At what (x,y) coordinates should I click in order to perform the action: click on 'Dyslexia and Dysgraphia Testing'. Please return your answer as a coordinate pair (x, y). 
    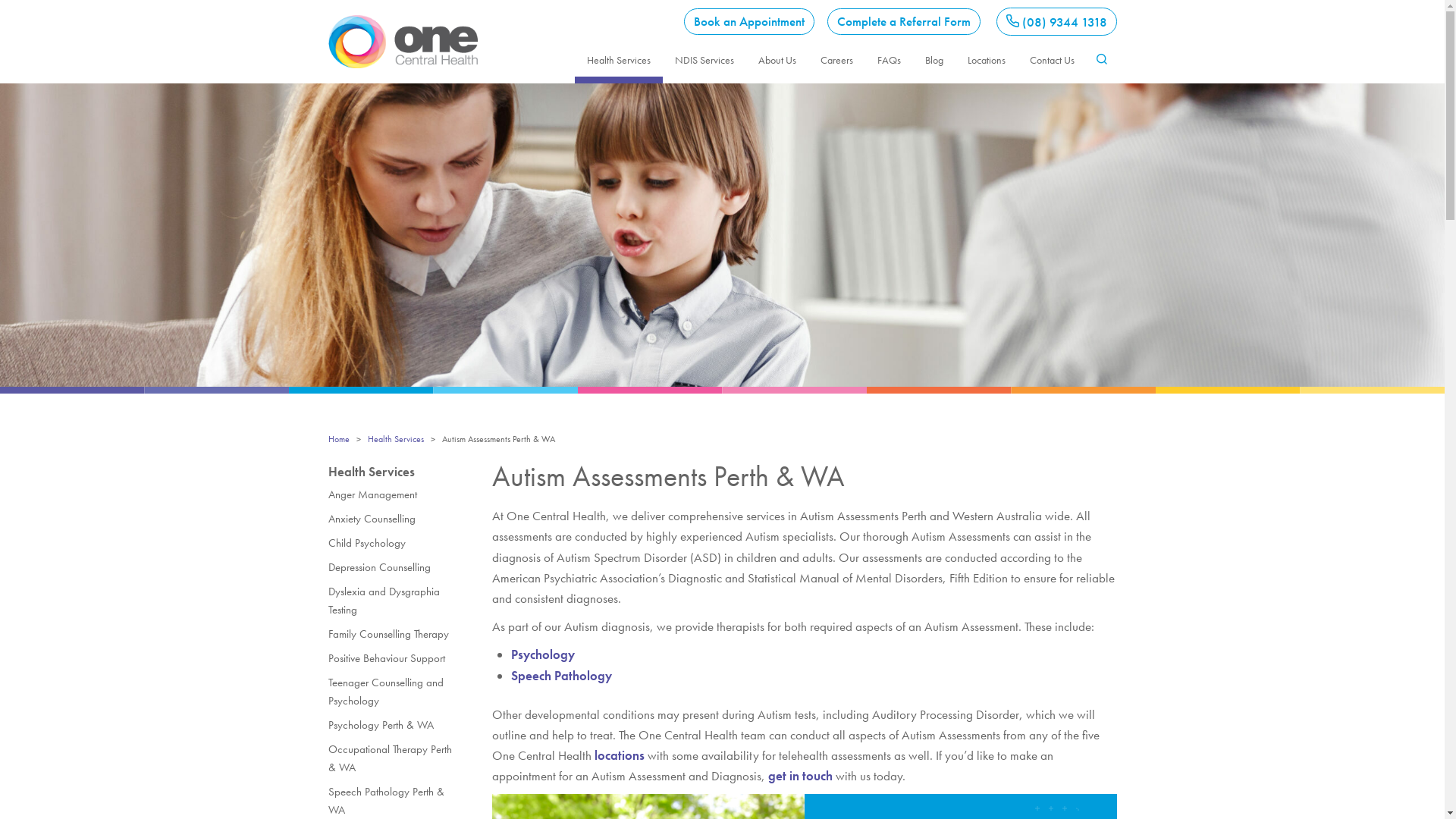
    Looking at the image, I should click on (394, 599).